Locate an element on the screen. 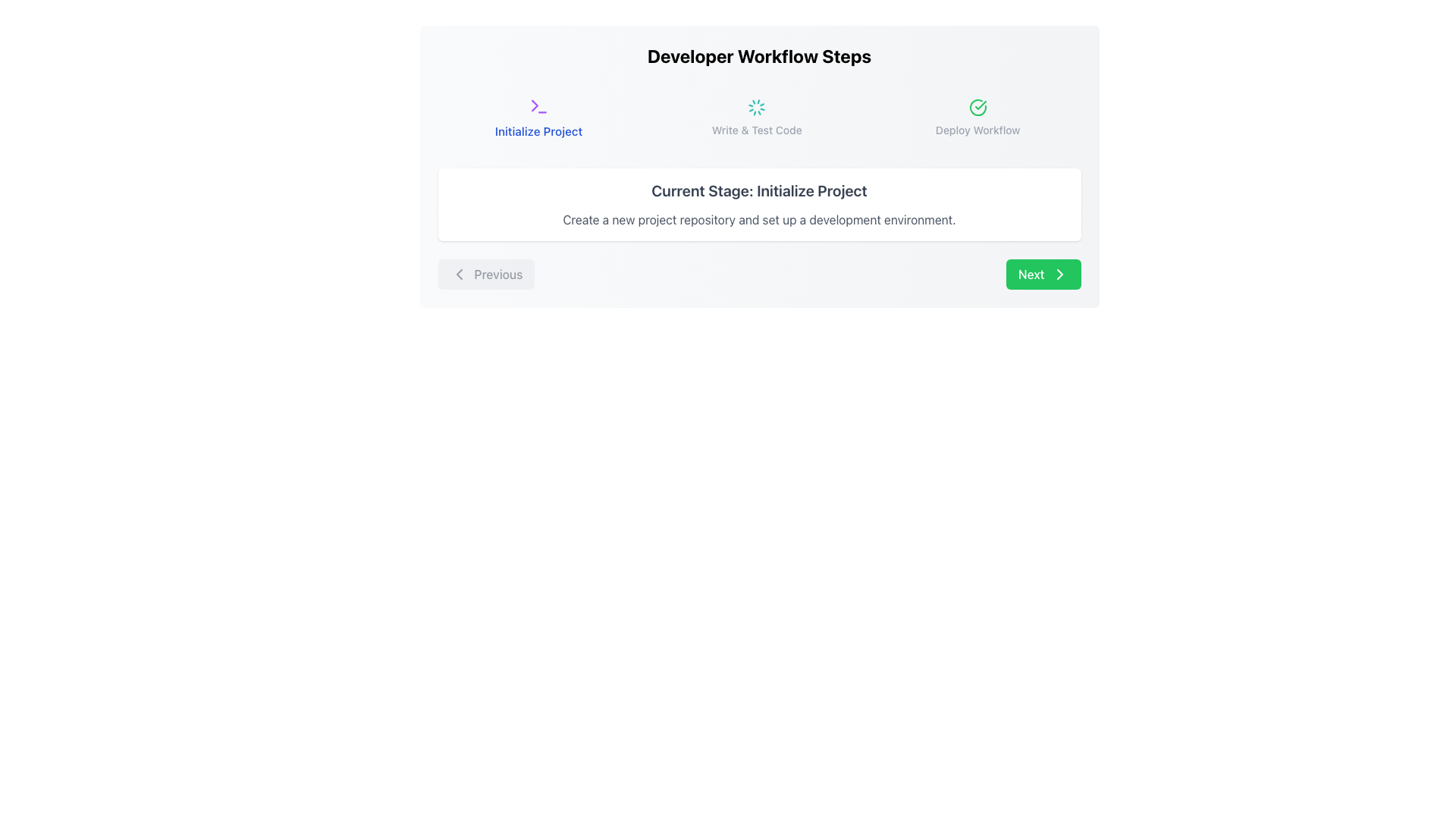 The width and height of the screenshot is (1456, 819). the text heading that displays 'Developer Workflow Steps' in bold and large font at the top of the card-like interface module is located at coordinates (759, 55).